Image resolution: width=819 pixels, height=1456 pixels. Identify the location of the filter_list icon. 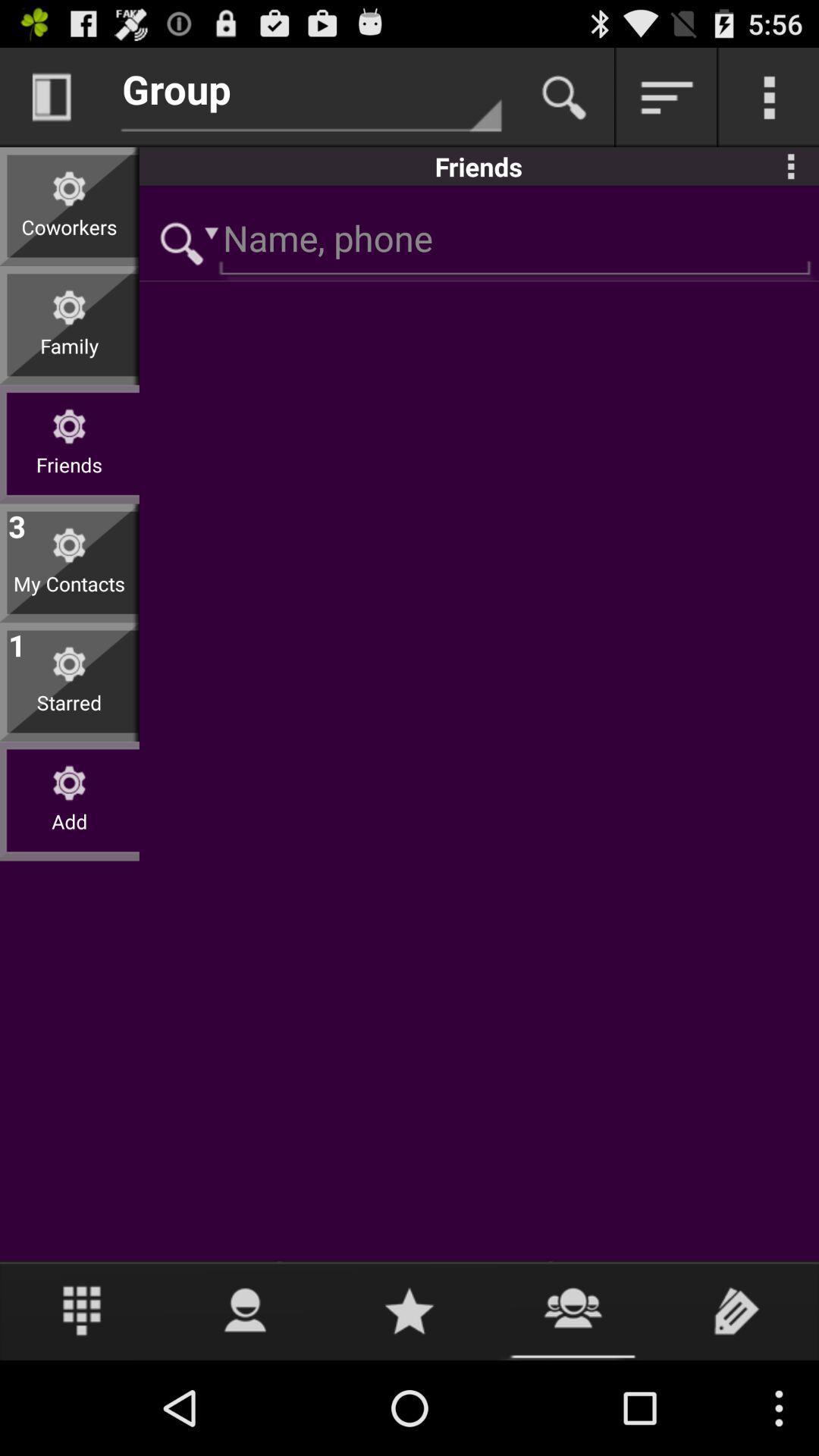
(666, 103).